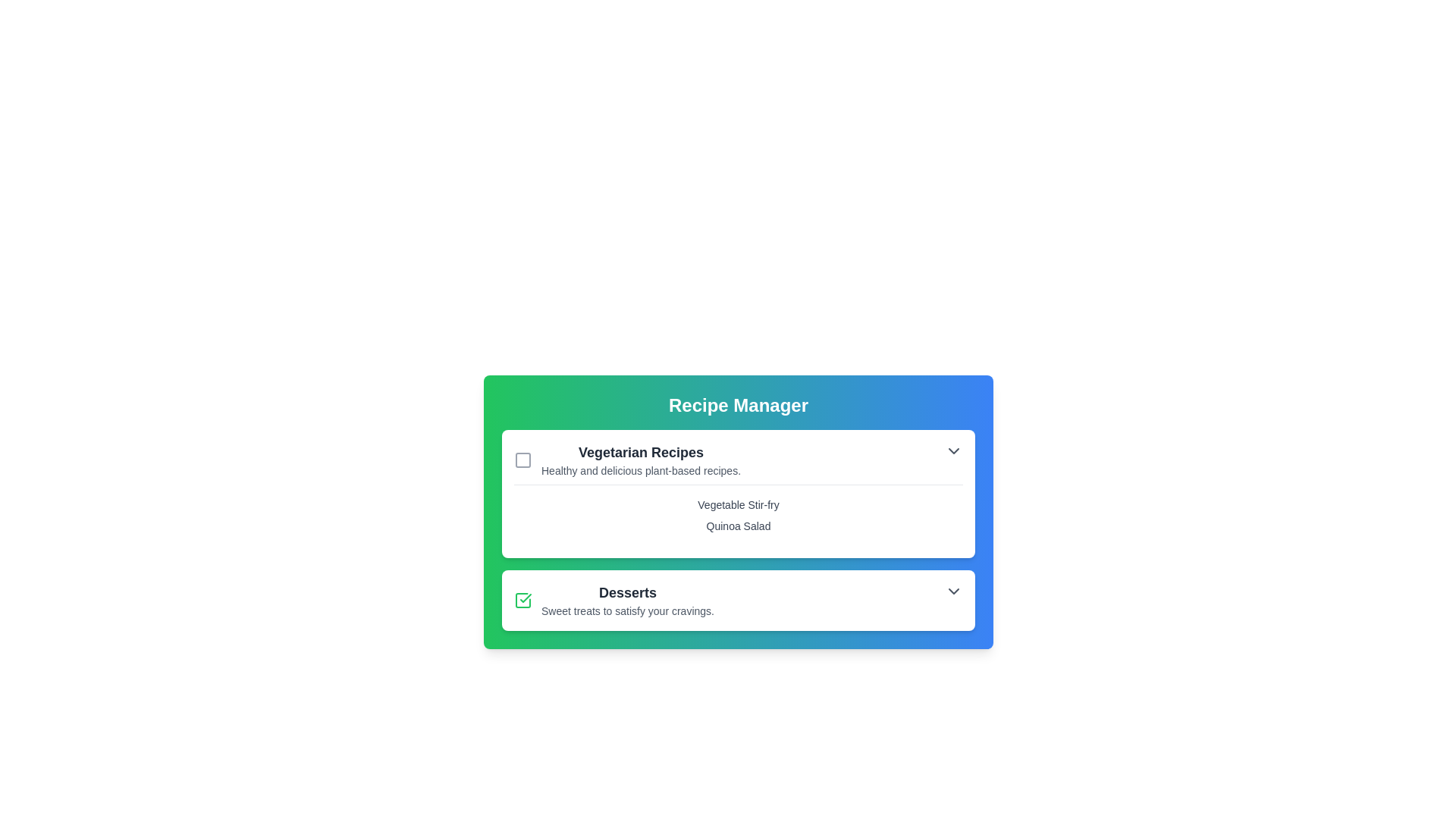  Describe the element at coordinates (627, 599) in the screenshot. I see `the header and caption UI component for the 'Desserts' section, which is located in the second section of the card-like layout, adjacent to a green check icon` at that location.